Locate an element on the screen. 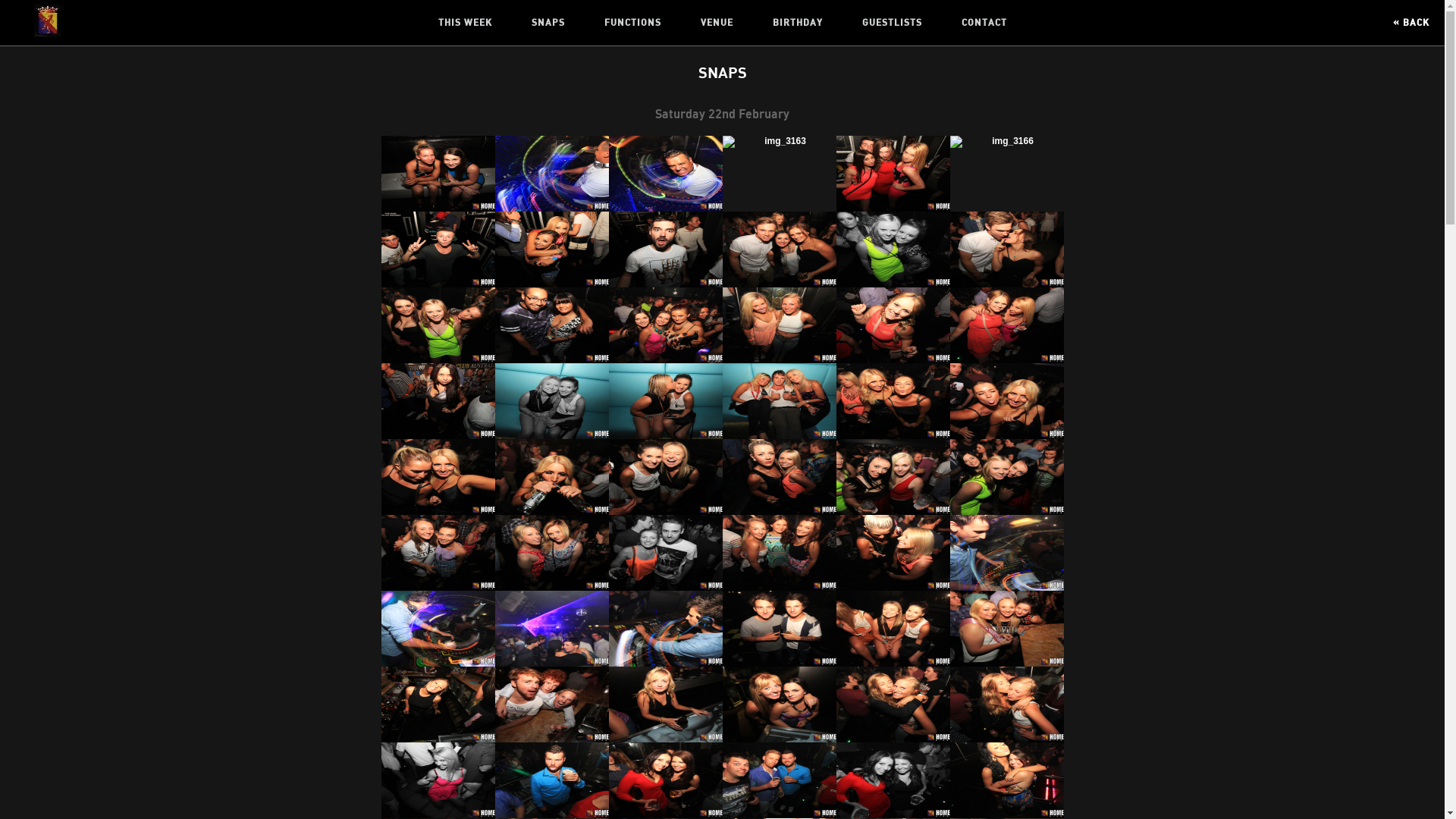 The image size is (1456, 819). ' ' is located at coordinates (550, 475).